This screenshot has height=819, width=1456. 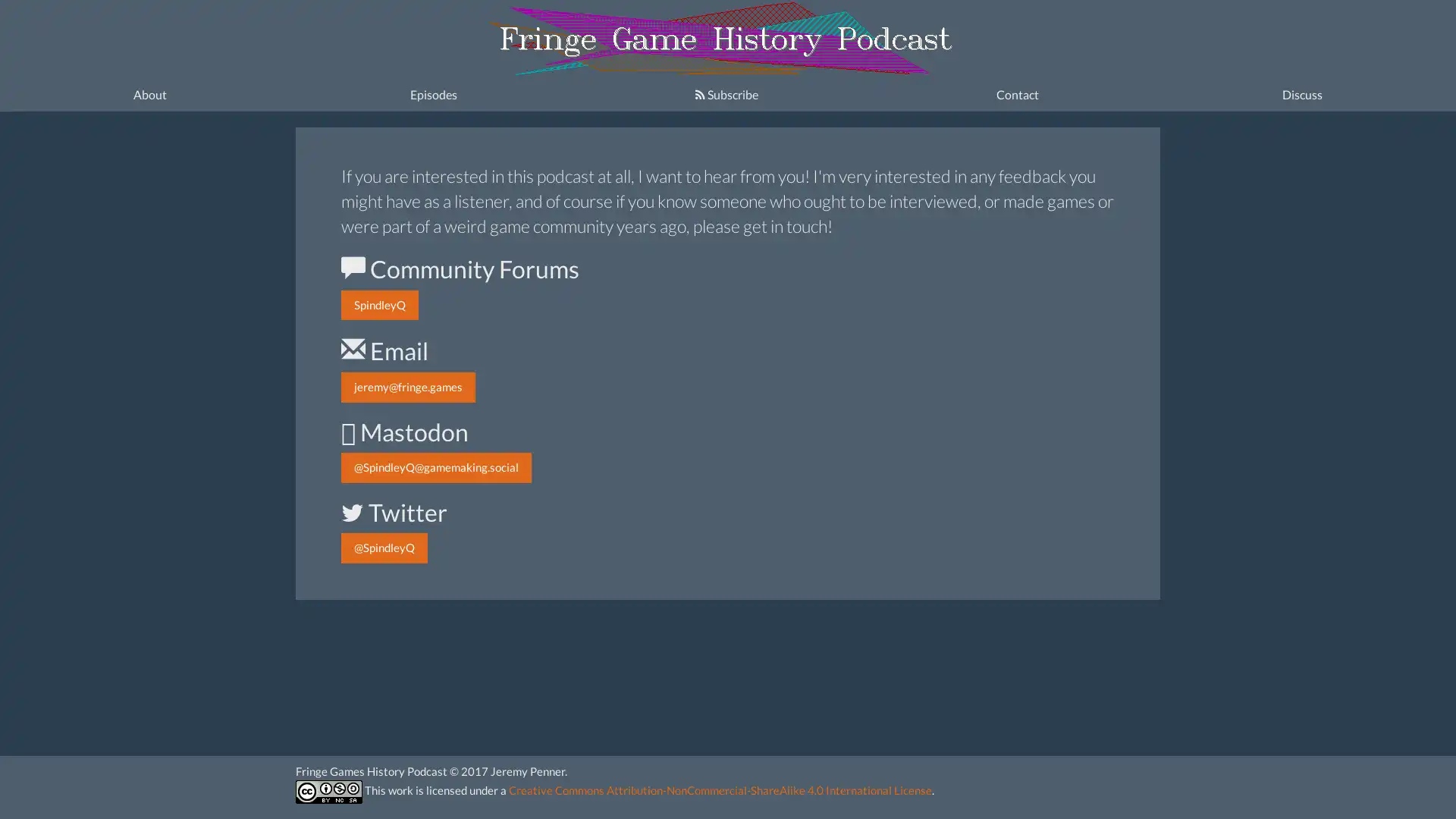 I want to click on SpindleyQ, so click(x=379, y=305).